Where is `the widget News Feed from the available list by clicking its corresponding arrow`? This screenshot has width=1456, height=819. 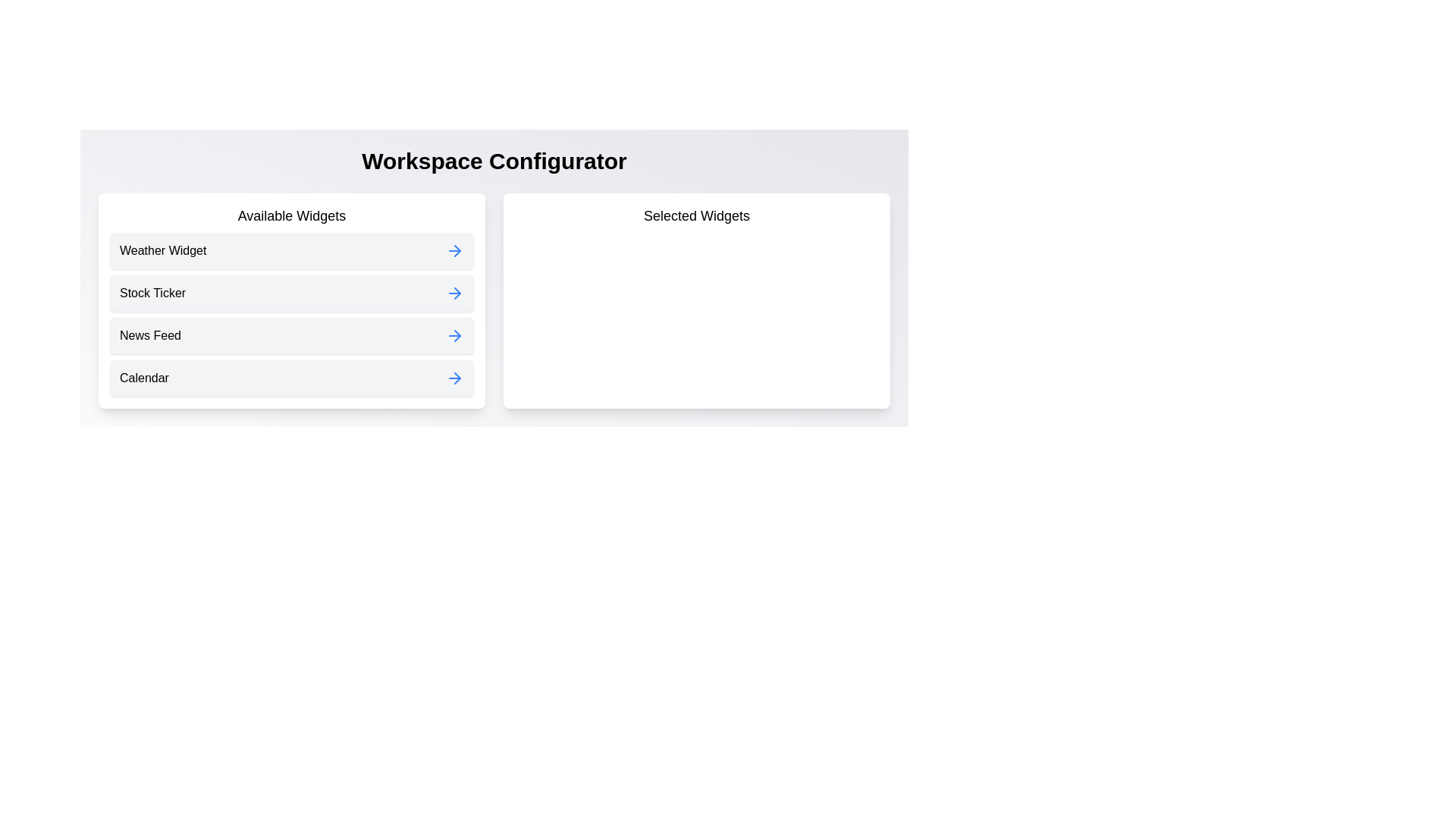 the widget News Feed from the available list by clicking its corresponding arrow is located at coordinates (454, 335).